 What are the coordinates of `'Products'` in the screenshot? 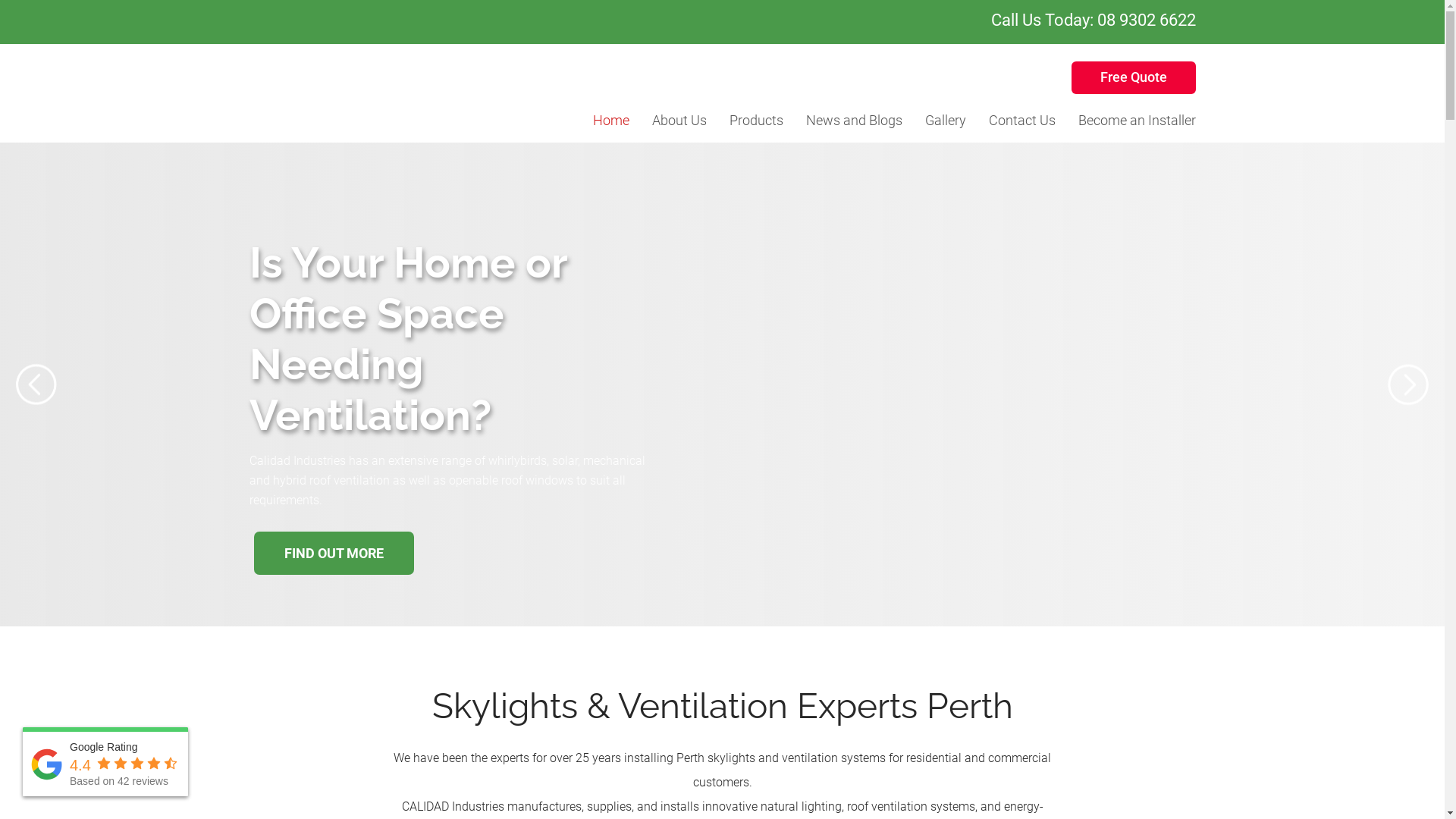 It's located at (756, 119).